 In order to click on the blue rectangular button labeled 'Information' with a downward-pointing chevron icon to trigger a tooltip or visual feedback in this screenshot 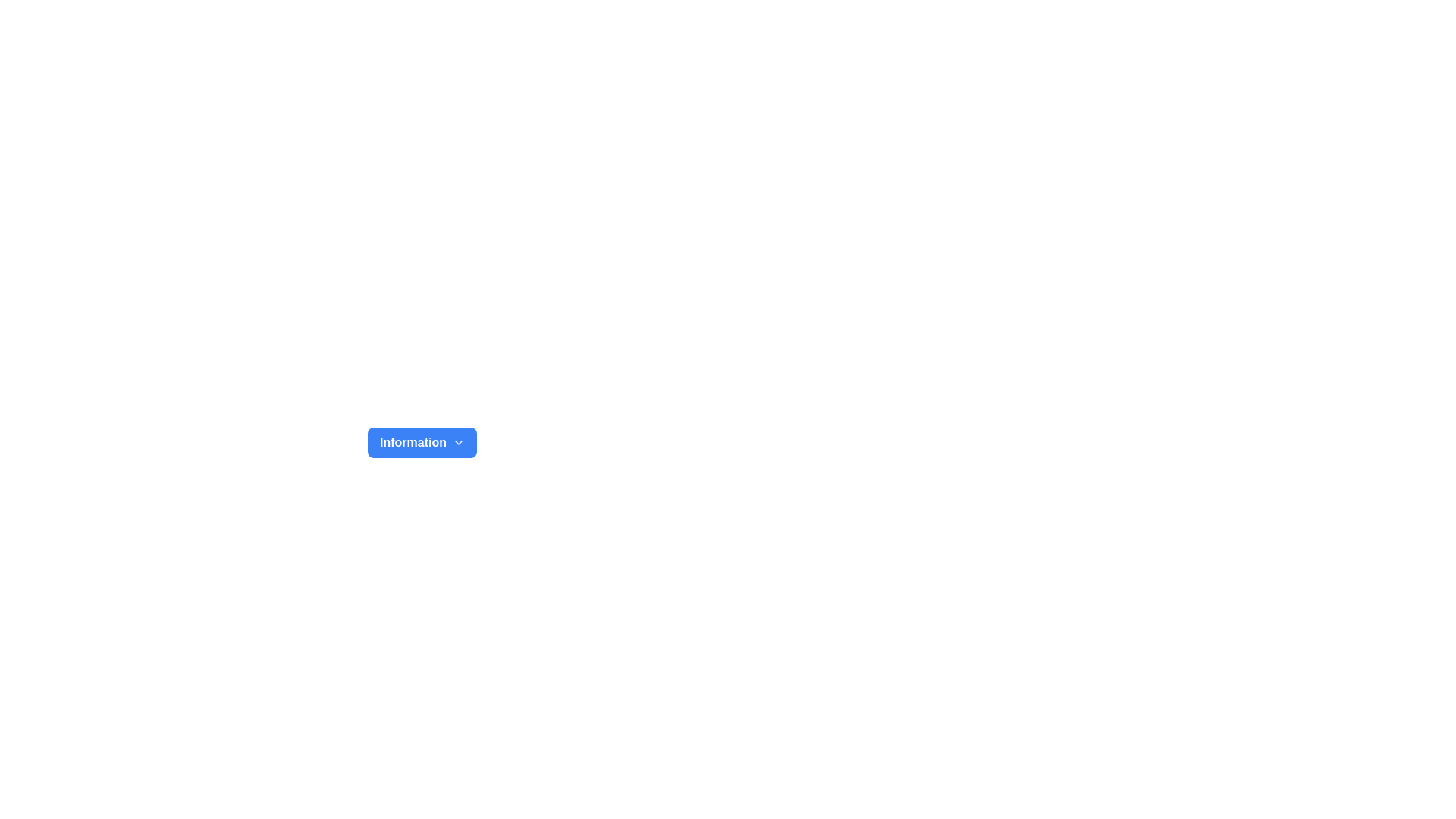, I will do `click(422, 442)`.